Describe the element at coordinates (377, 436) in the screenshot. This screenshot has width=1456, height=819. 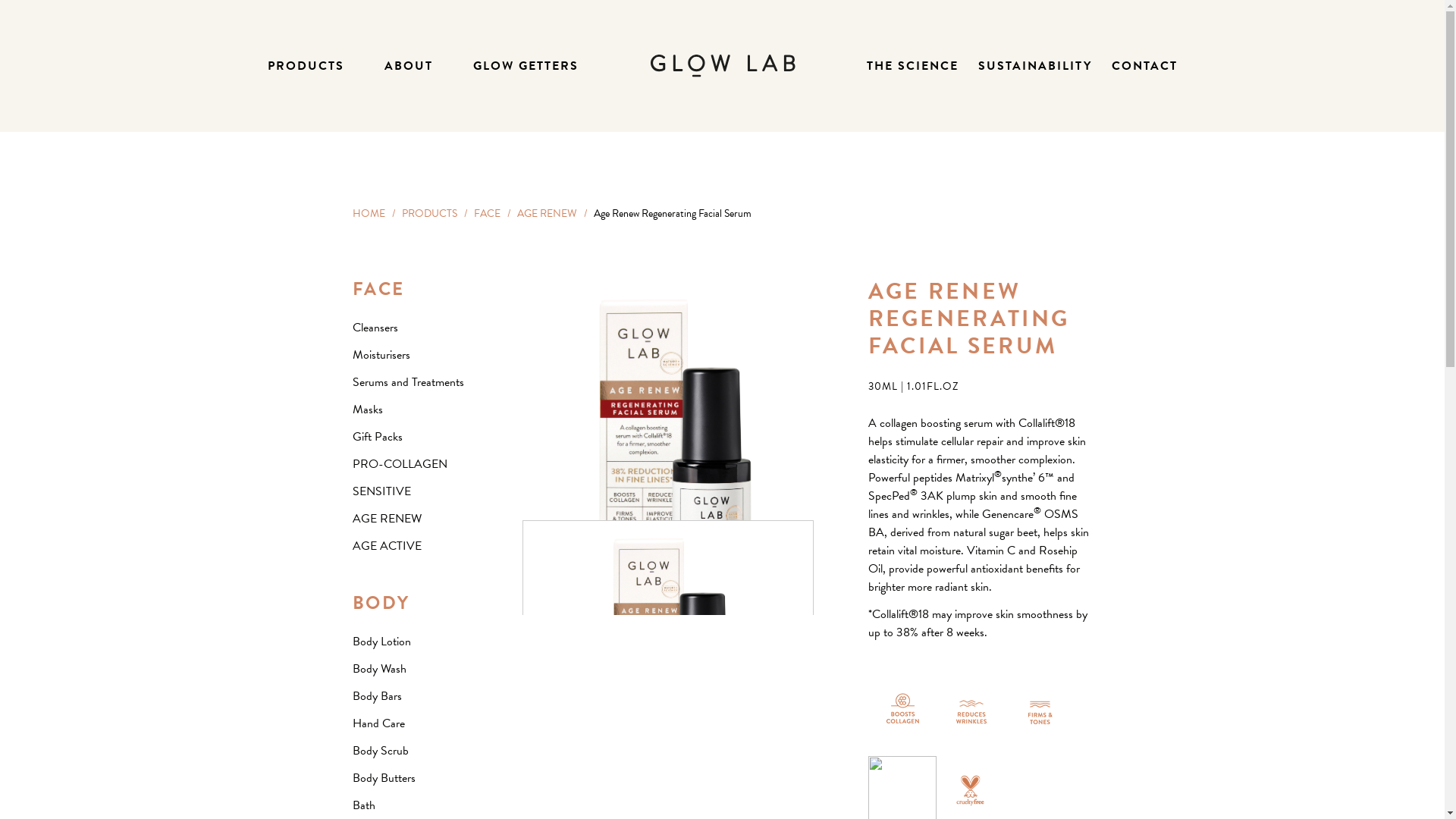
I see `'Gift Packs'` at that location.